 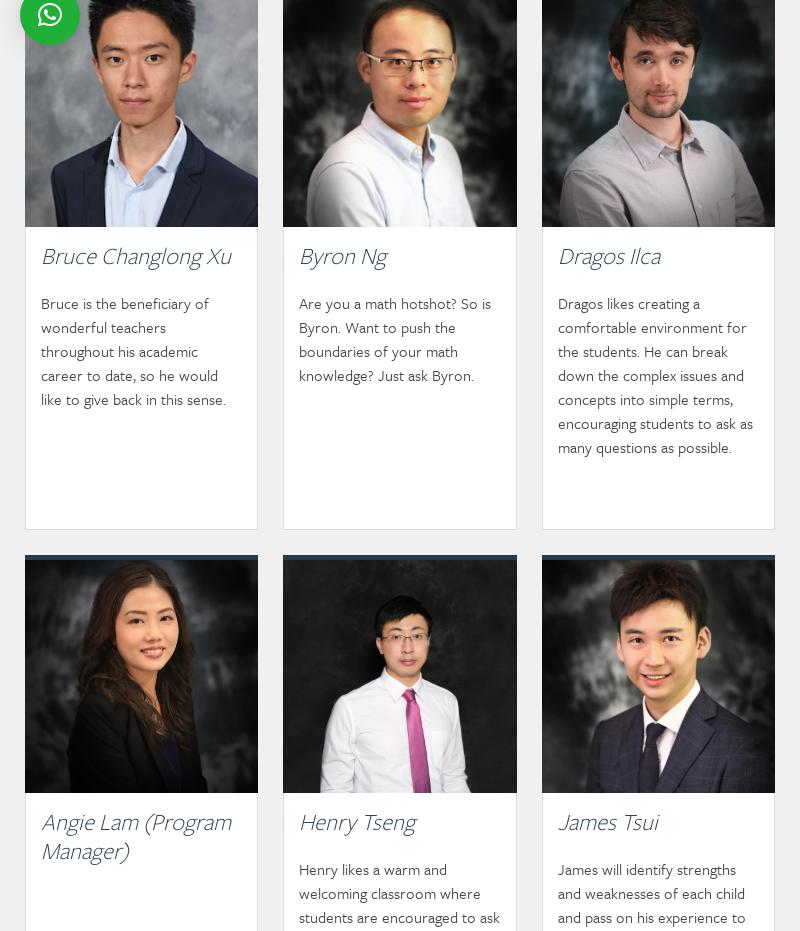 I want to click on 'Are you a math hotshot? 
So is Byron.

Want to push the boundaries of your math knowledge?
Just ask Byron.', so click(x=299, y=338).